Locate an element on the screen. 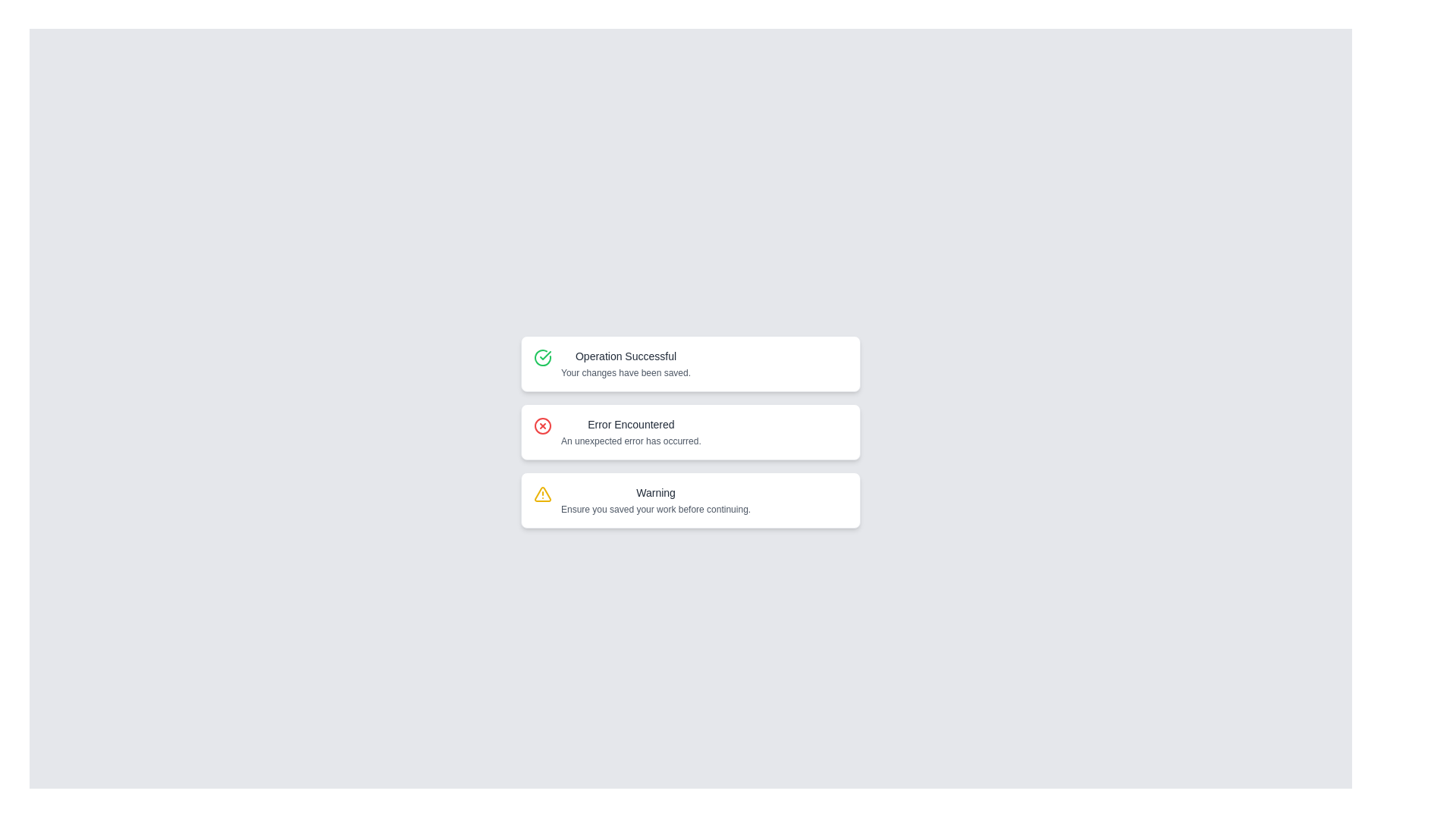  message displayed in the text element that shows 'An unexpected error has occurred.' located within the second notification block labeled 'Error Encountered.' is located at coordinates (631, 441).